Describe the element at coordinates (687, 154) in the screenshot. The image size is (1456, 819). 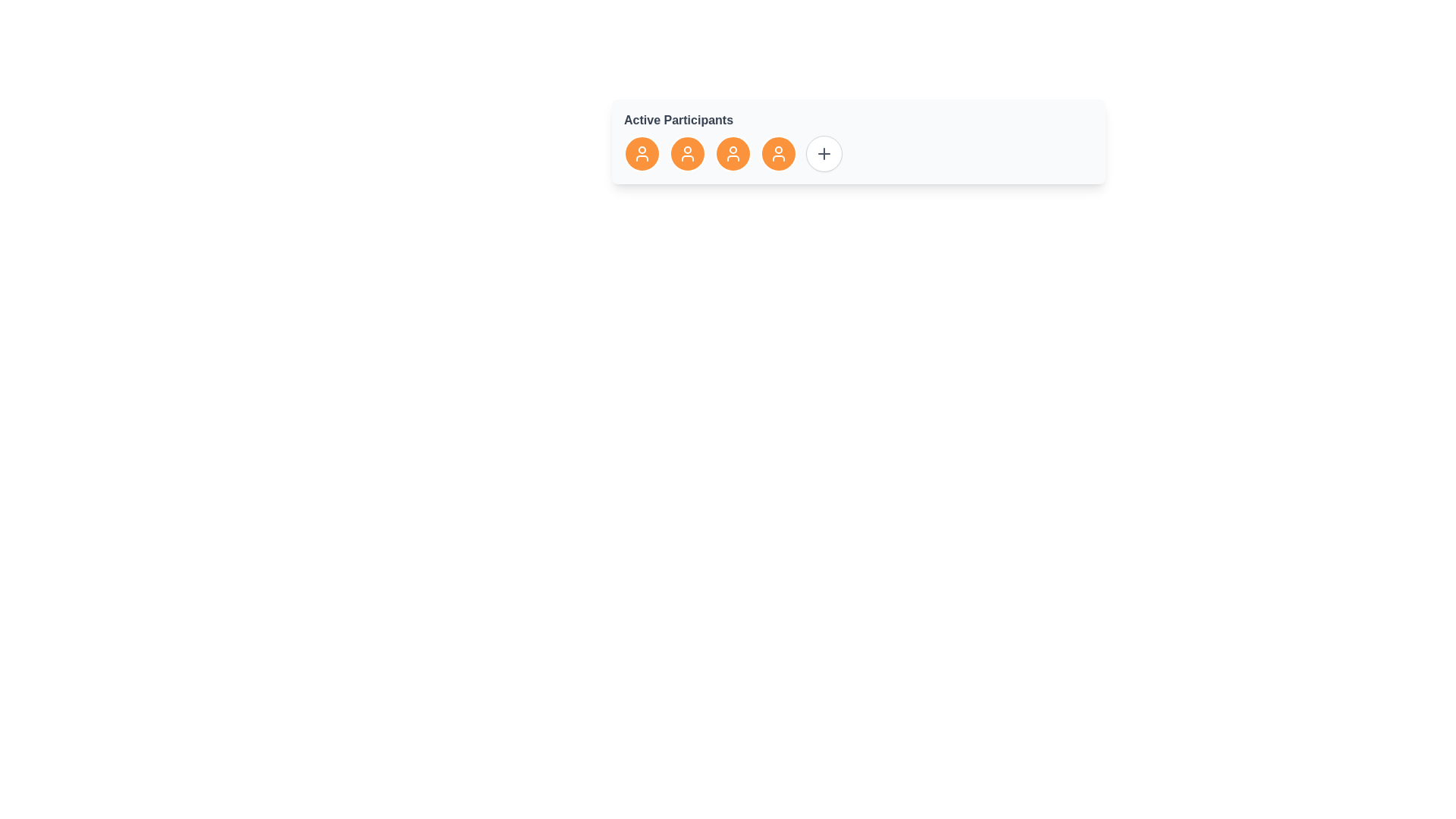
I see `the user silhouette vector icon embedded in the circular orange button located in the list under 'Active Participants'. It is the second button from the left` at that location.